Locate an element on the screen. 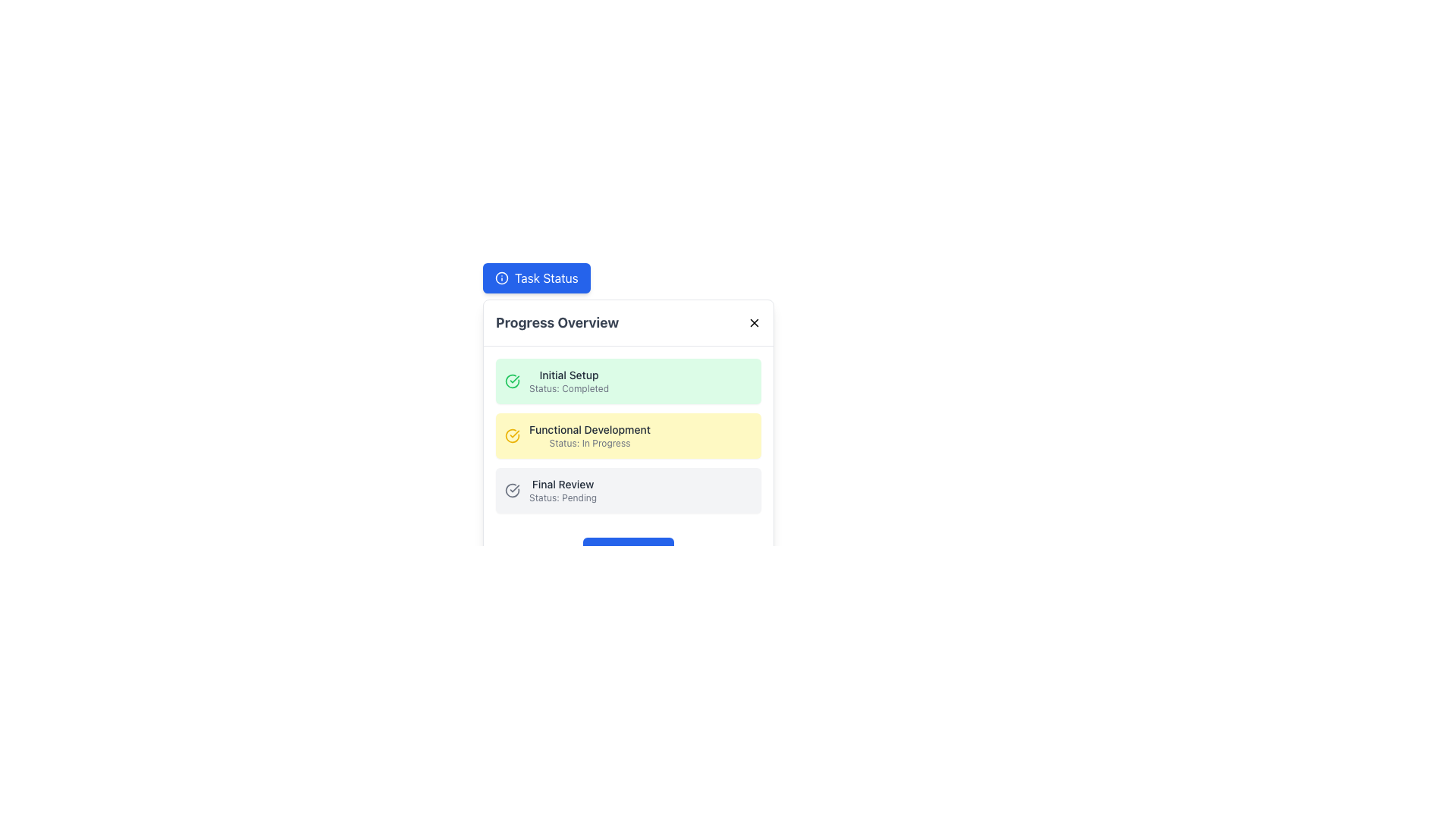 Image resolution: width=1456 pixels, height=819 pixels. the green checkmark icon indicating the completion of the 'Initial Setup' task in the 'Progress Overview' modal is located at coordinates (513, 380).